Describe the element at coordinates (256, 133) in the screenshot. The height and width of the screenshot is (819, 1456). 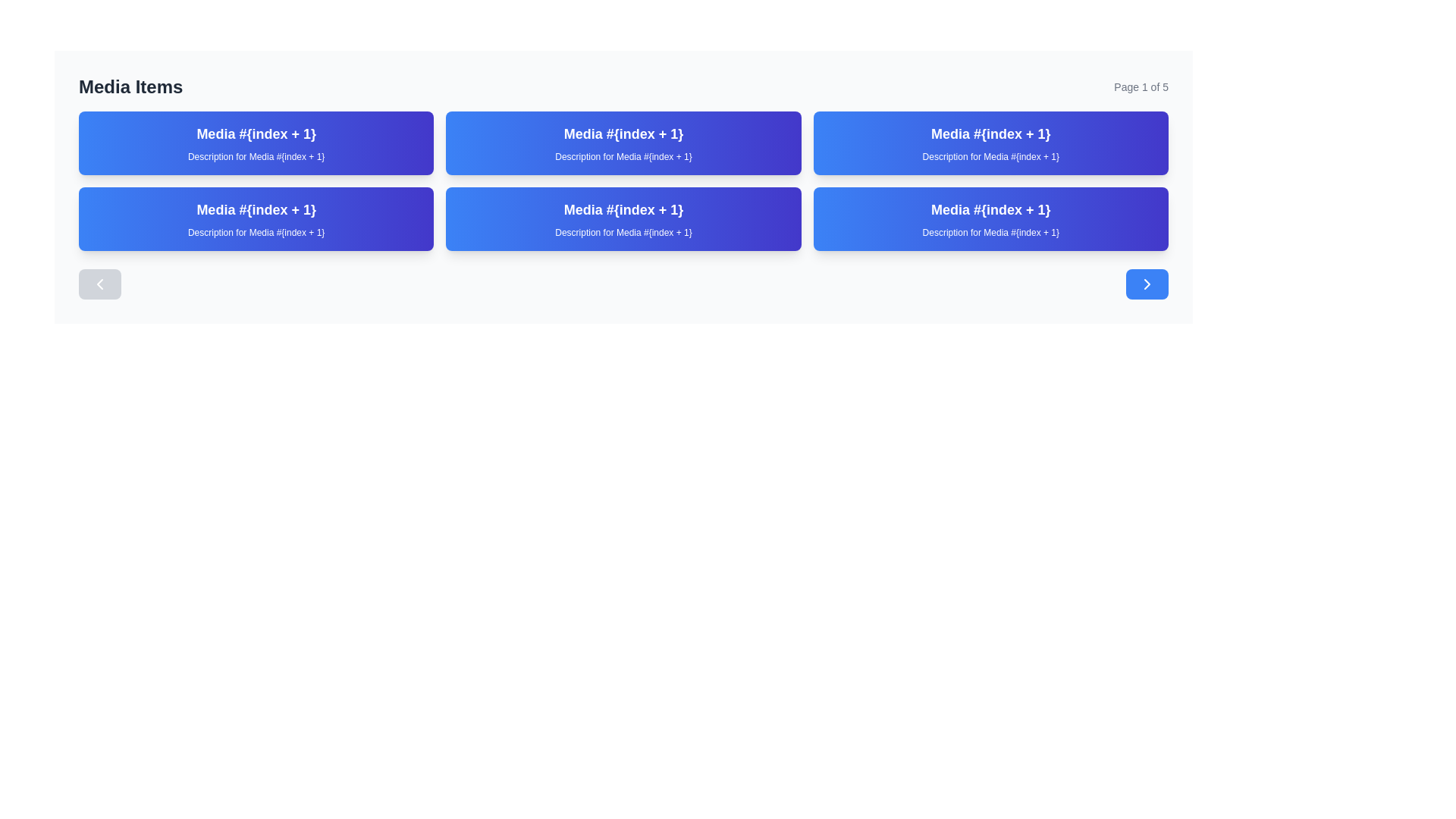
I see `the text label located in the upper-left card of the grid` at that location.